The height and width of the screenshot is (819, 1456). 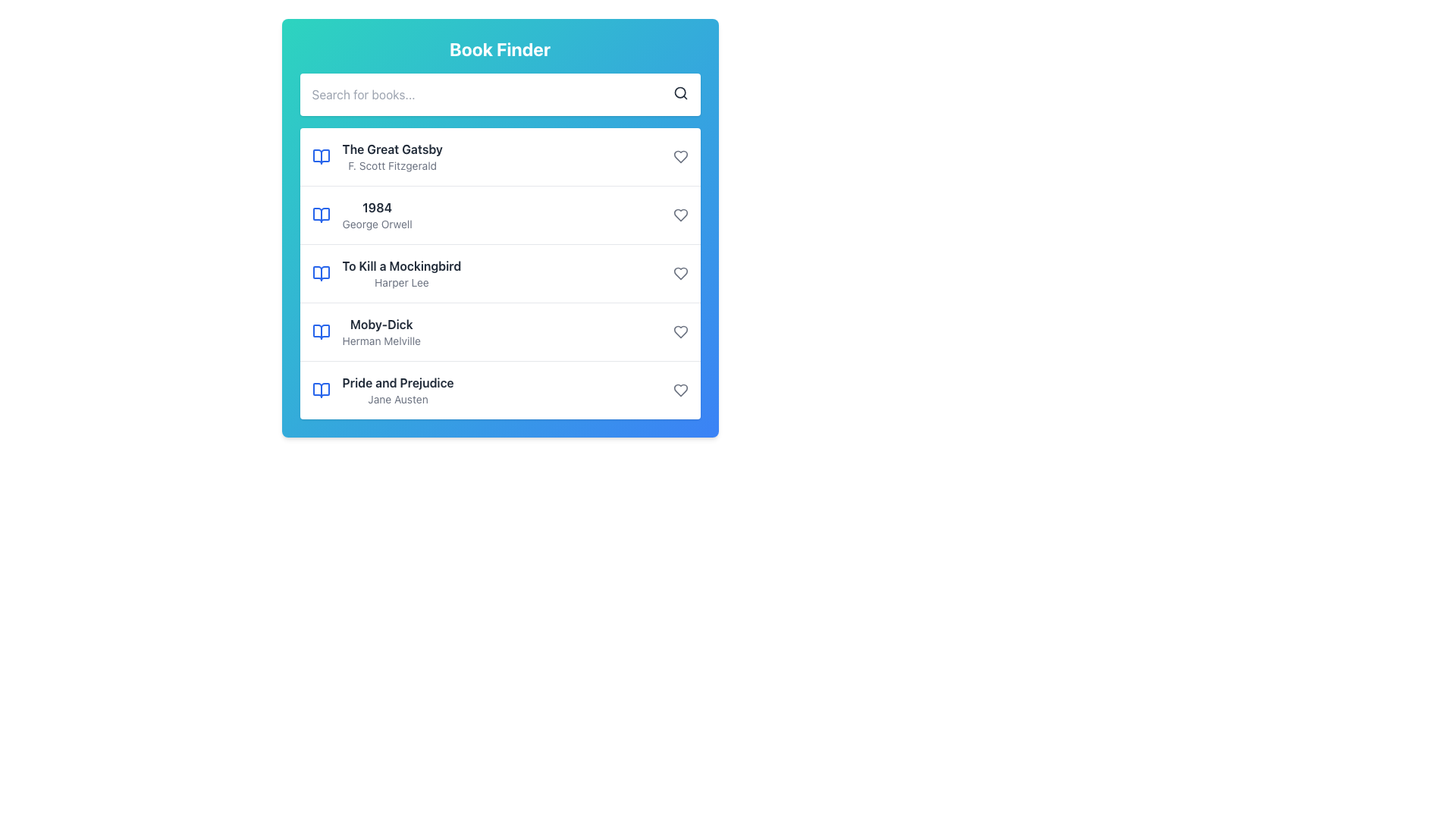 I want to click on the list item for the book '1984' by George Orwell in the Book Finder, so click(x=500, y=215).